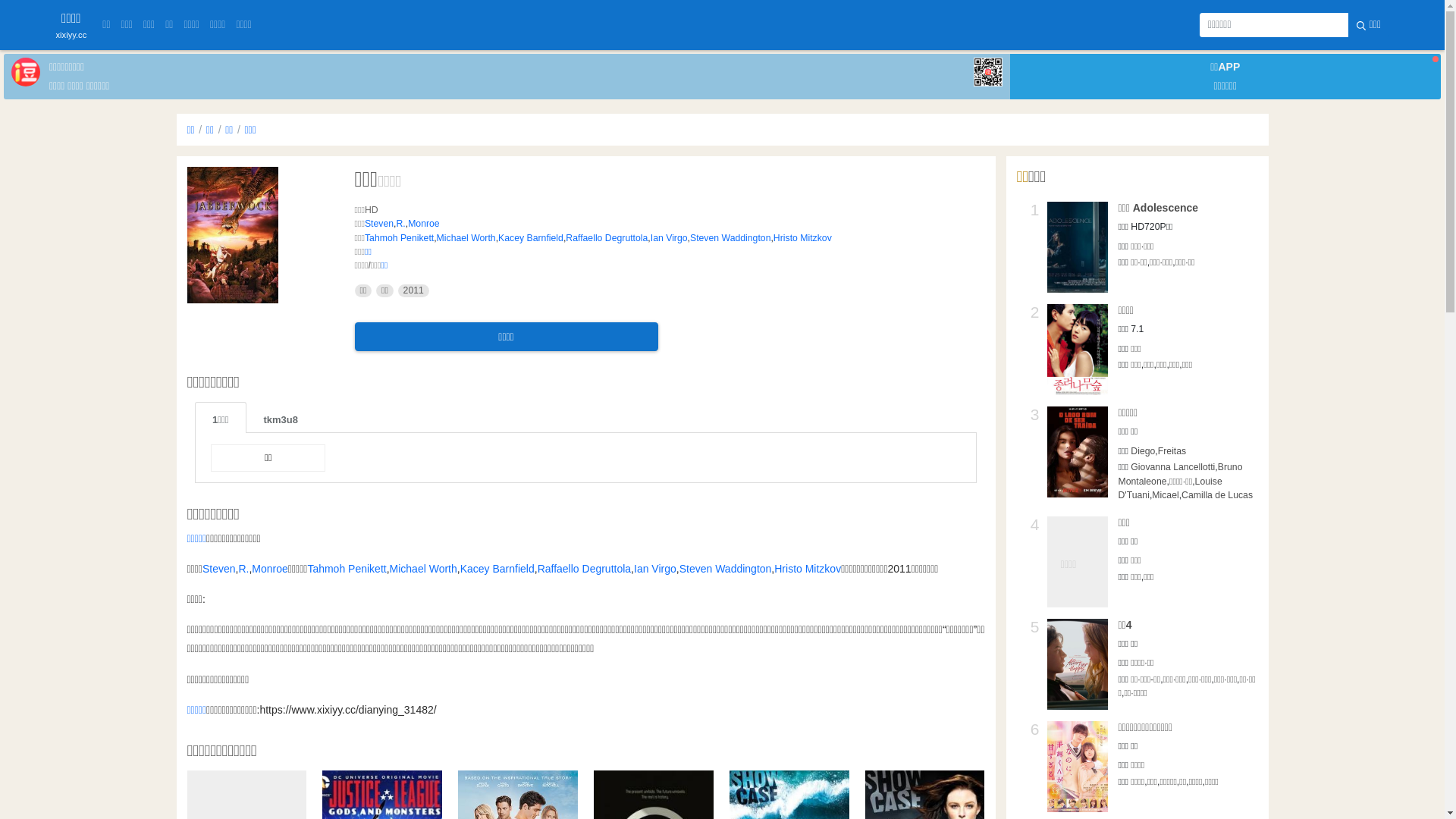 This screenshot has height=819, width=1456. I want to click on 'Steven', so click(378, 223).